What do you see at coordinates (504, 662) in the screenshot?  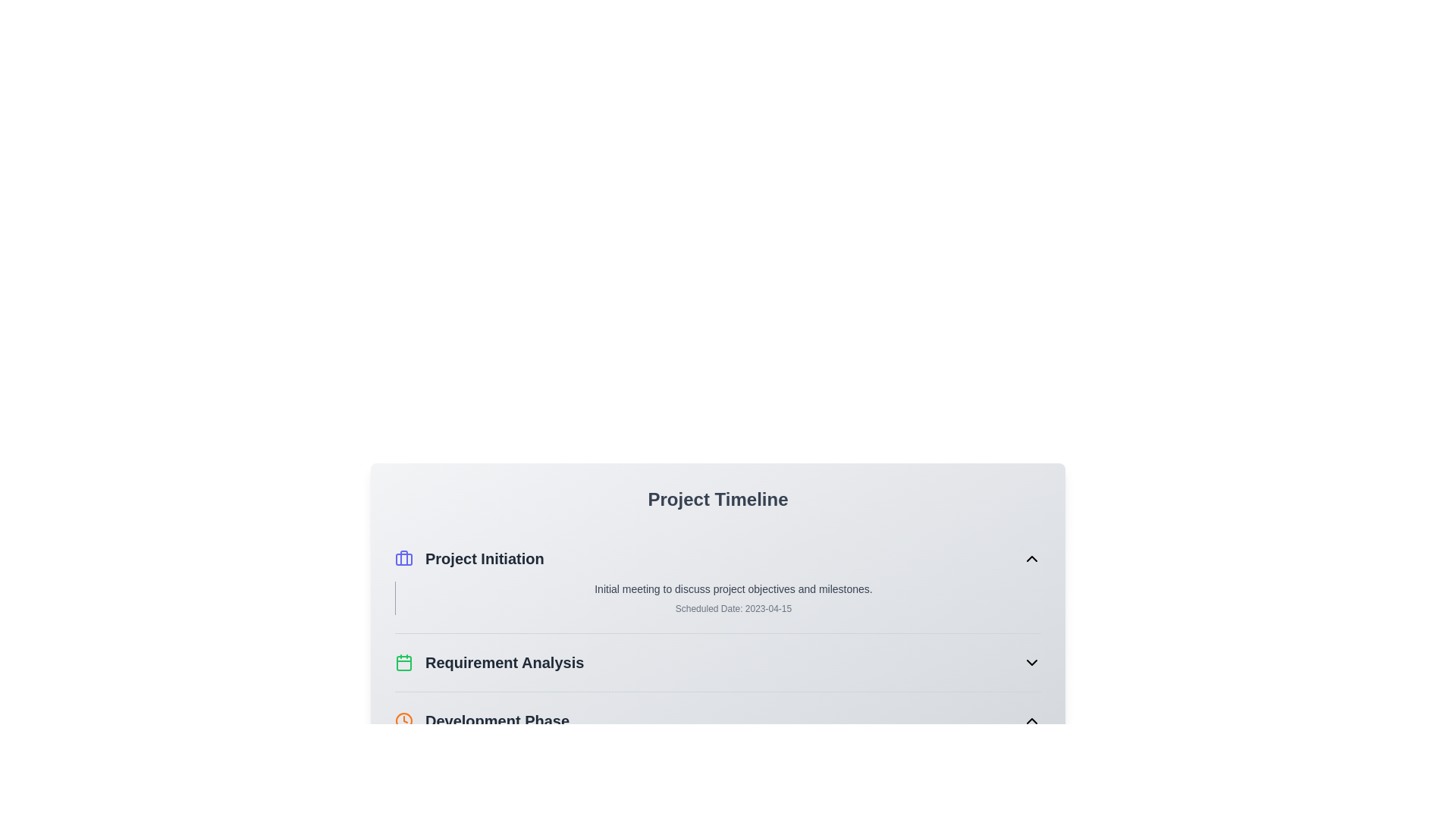 I see `the text label displaying 'Requirement Analysis', which is styled with a bold font and larger text size, located to the right of a green calendar icon in the 'Project Timeline' section` at bounding box center [504, 662].